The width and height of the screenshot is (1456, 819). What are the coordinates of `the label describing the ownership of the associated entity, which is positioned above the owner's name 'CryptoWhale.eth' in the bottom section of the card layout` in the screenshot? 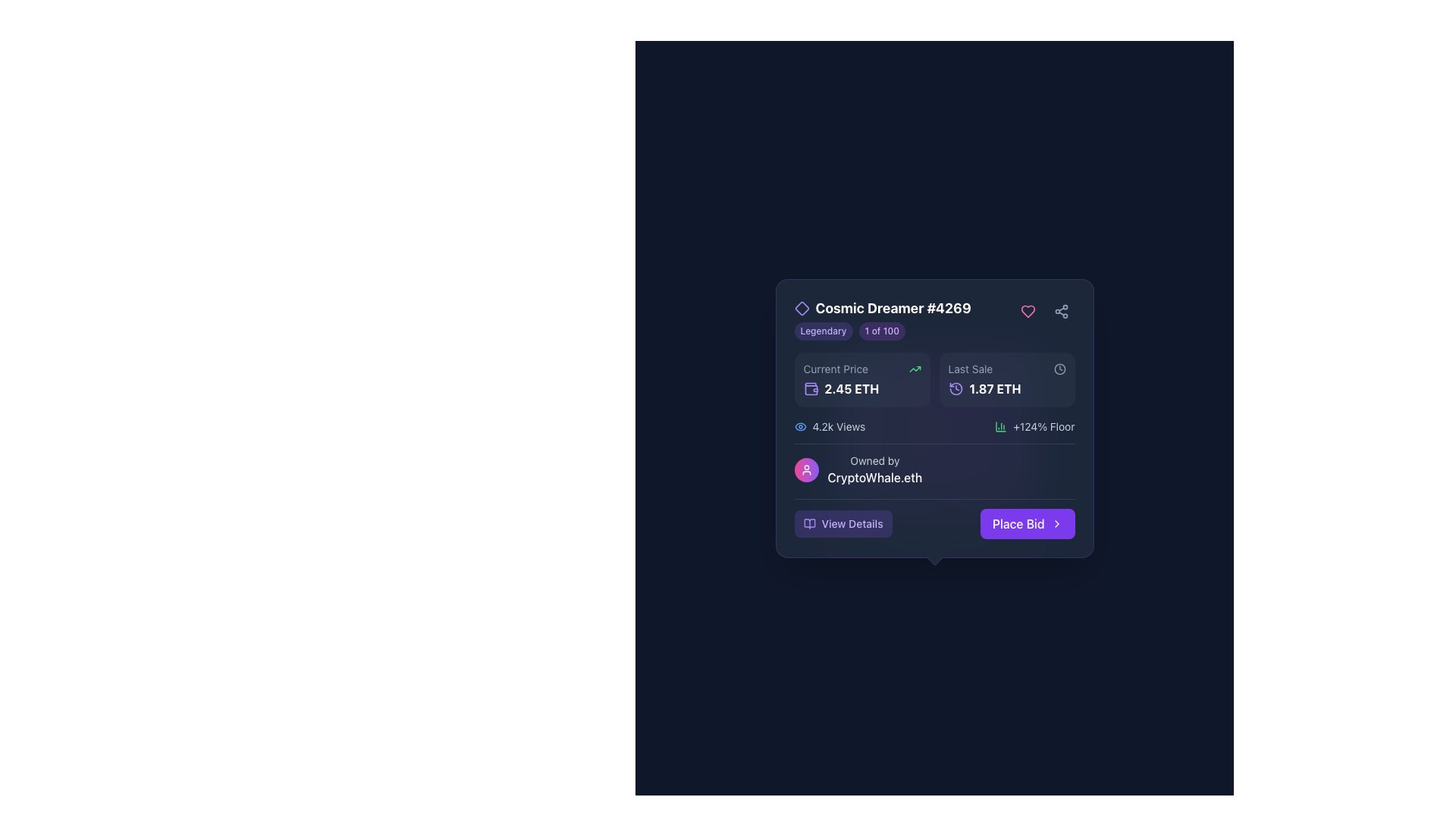 It's located at (874, 460).